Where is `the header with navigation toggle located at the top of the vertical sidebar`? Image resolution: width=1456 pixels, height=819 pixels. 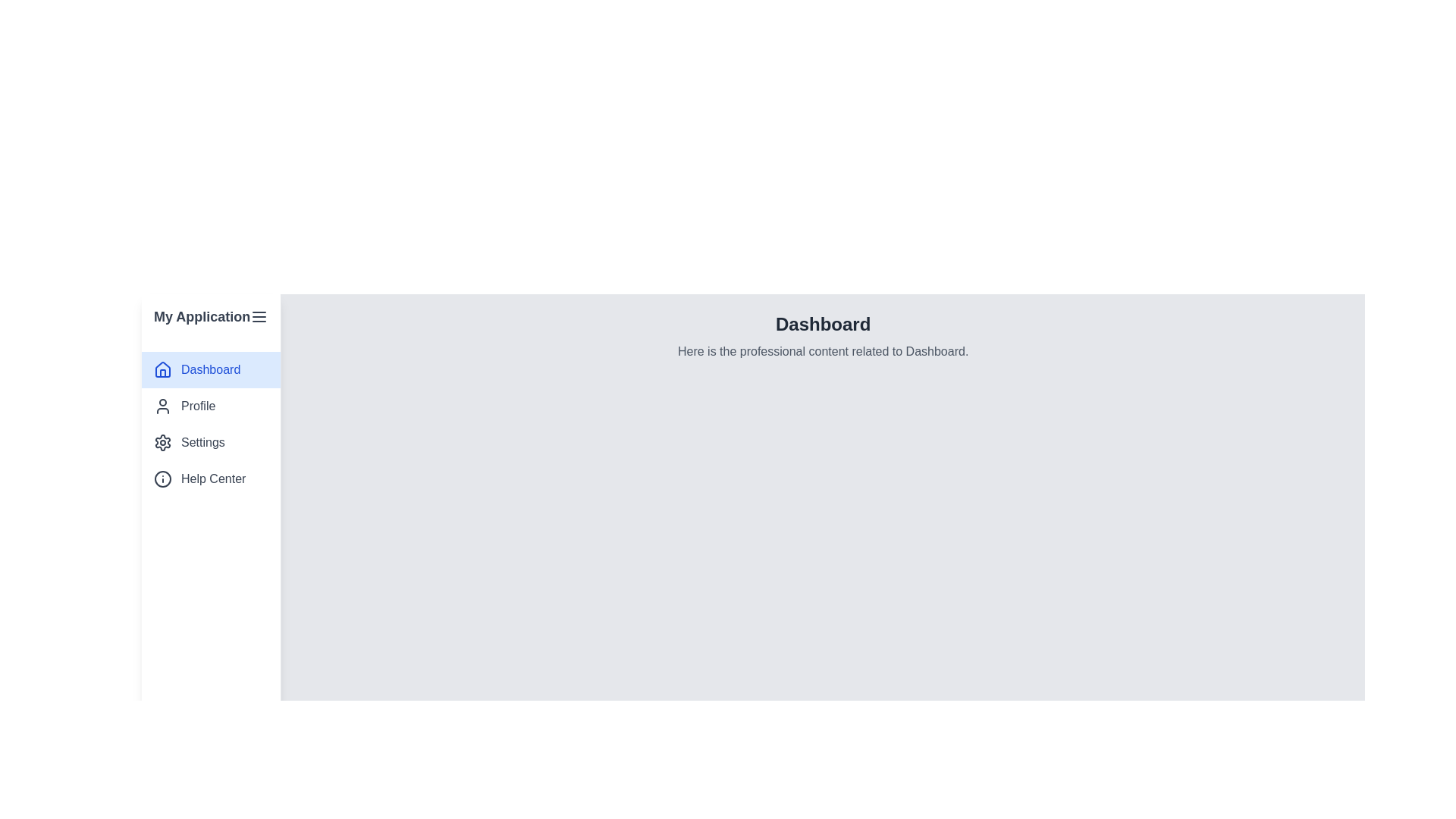
the header with navigation toggle located at the top of the vertical sidebar is located at coordinates (210, 315).